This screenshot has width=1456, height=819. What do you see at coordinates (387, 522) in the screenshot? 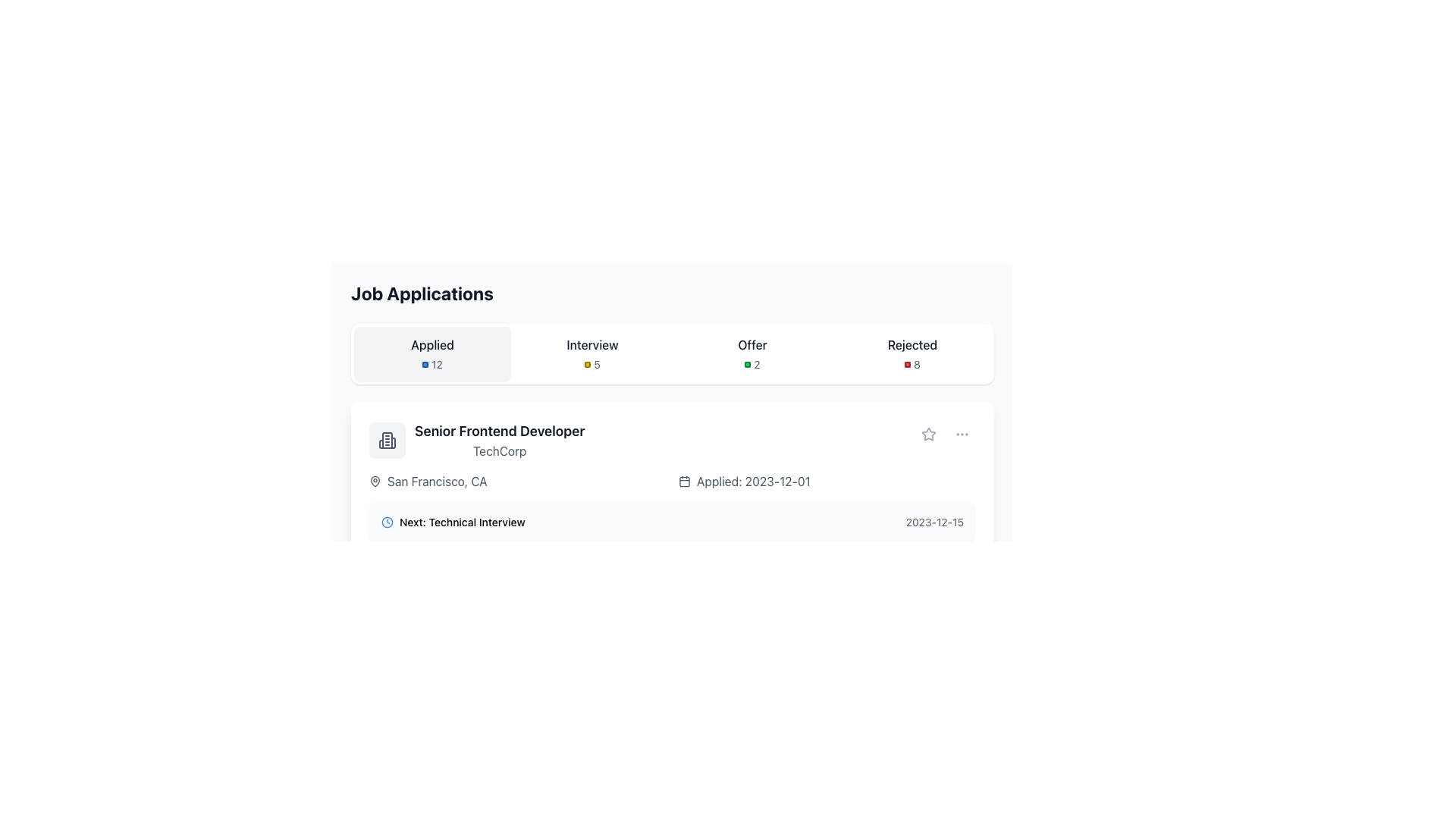
I see `the circular graphic element representing the clock face within the clock icon, which is located near the textual indication of dates for job applications tracking` at bounding box center [387, 522].